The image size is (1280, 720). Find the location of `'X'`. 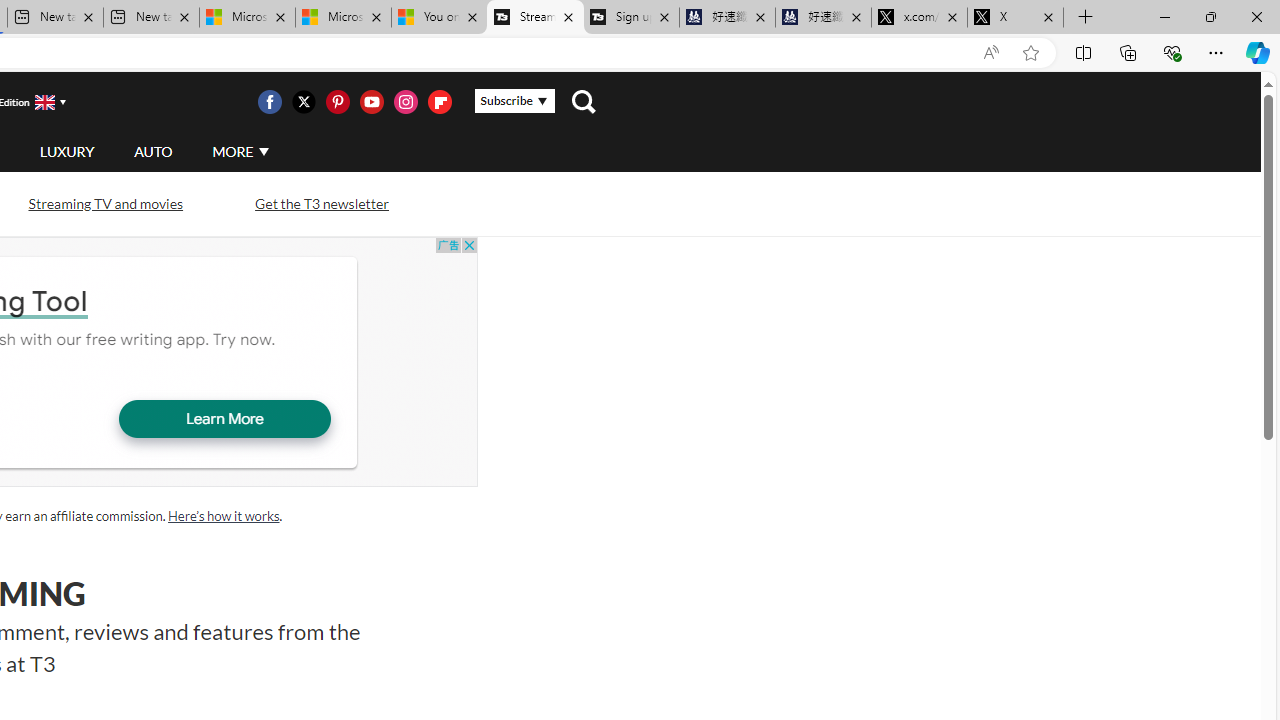

'X' is located at coordinates (1015, 17).